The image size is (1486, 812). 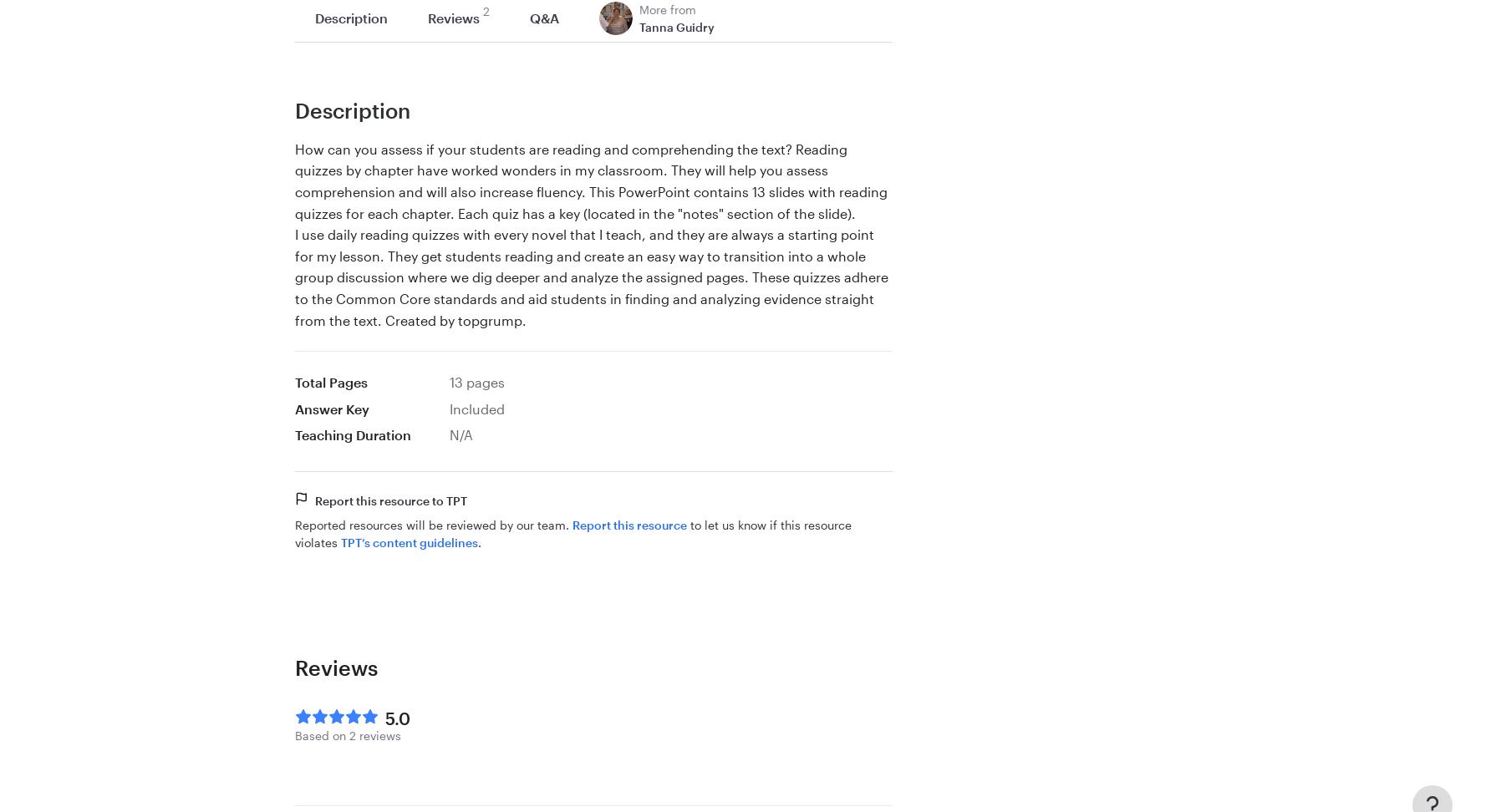 What do you see at coordinates (332, 408) in the screenshot?
I see `'Answer Key'` at bounding box center [332, 408].